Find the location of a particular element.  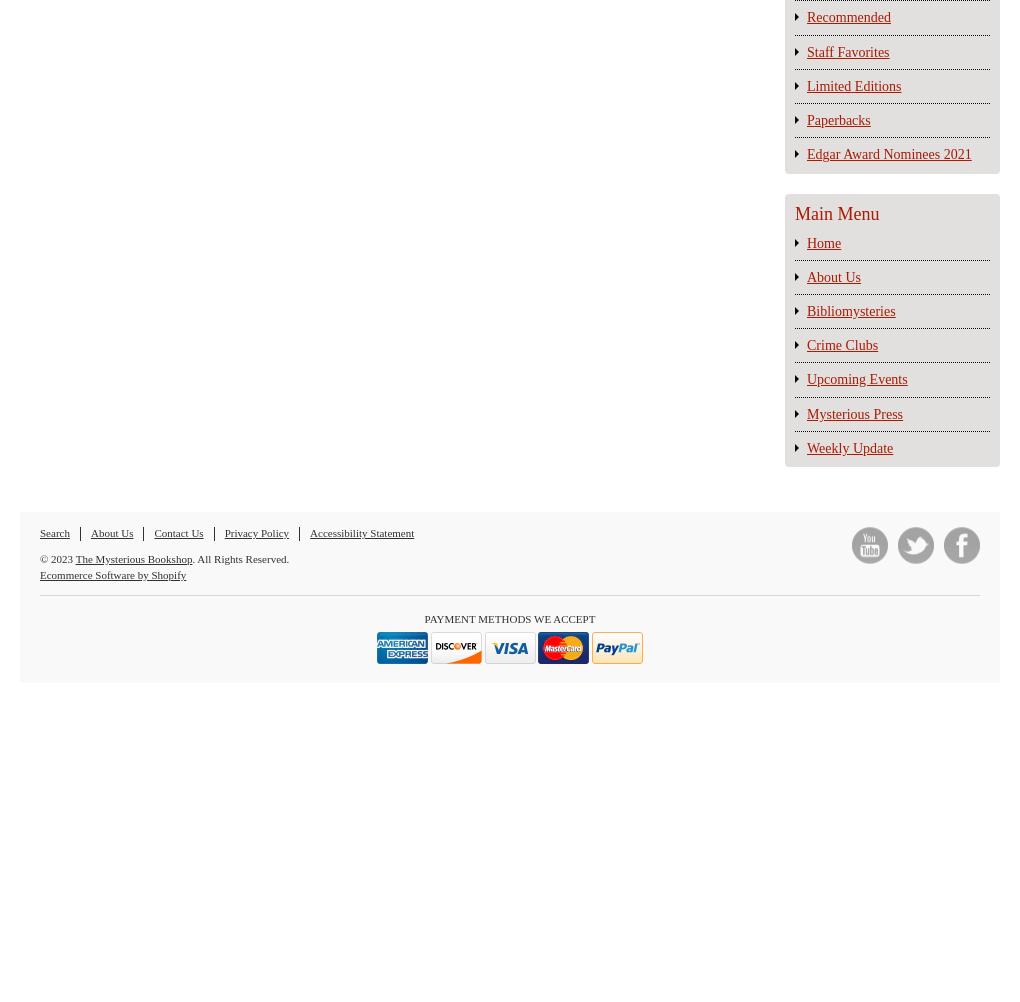

'. All Rights Reserved.' is located at coordinates (240, 558).